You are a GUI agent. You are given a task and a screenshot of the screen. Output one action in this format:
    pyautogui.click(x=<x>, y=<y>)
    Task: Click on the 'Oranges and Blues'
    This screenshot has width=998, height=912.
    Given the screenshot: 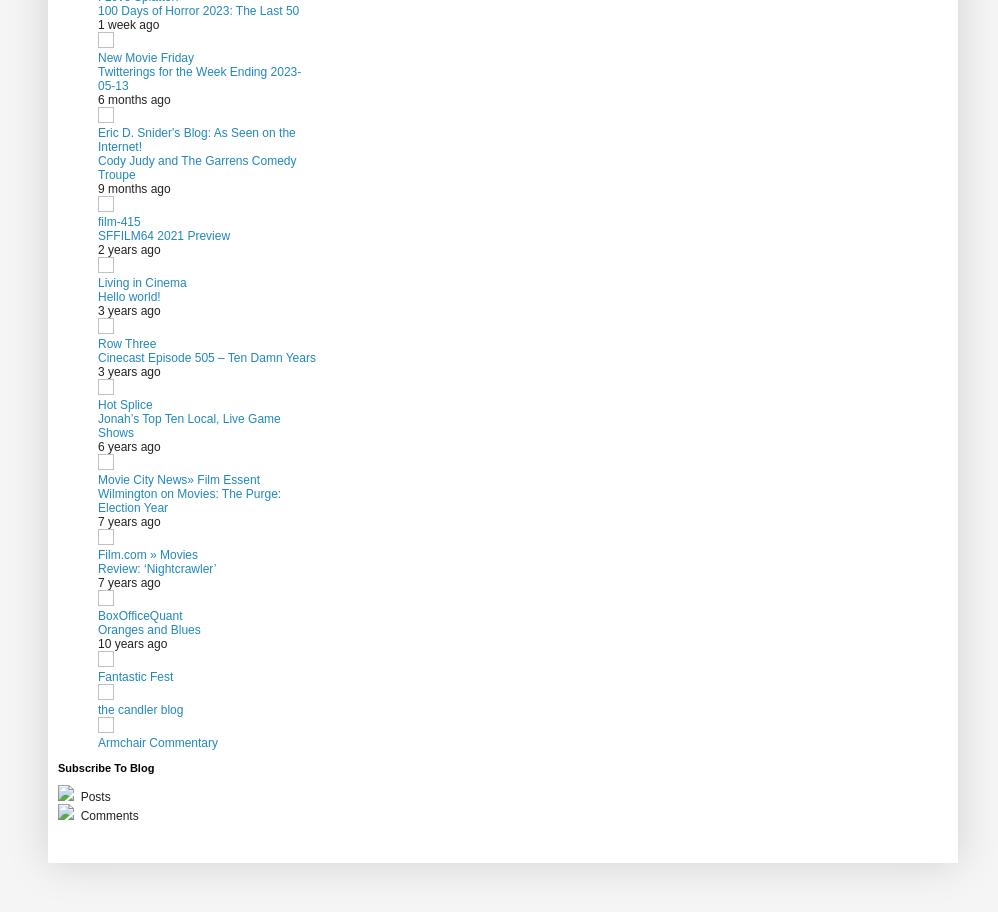 What is the action you would take?
    pyautogui.click(x=149, y=629)
    